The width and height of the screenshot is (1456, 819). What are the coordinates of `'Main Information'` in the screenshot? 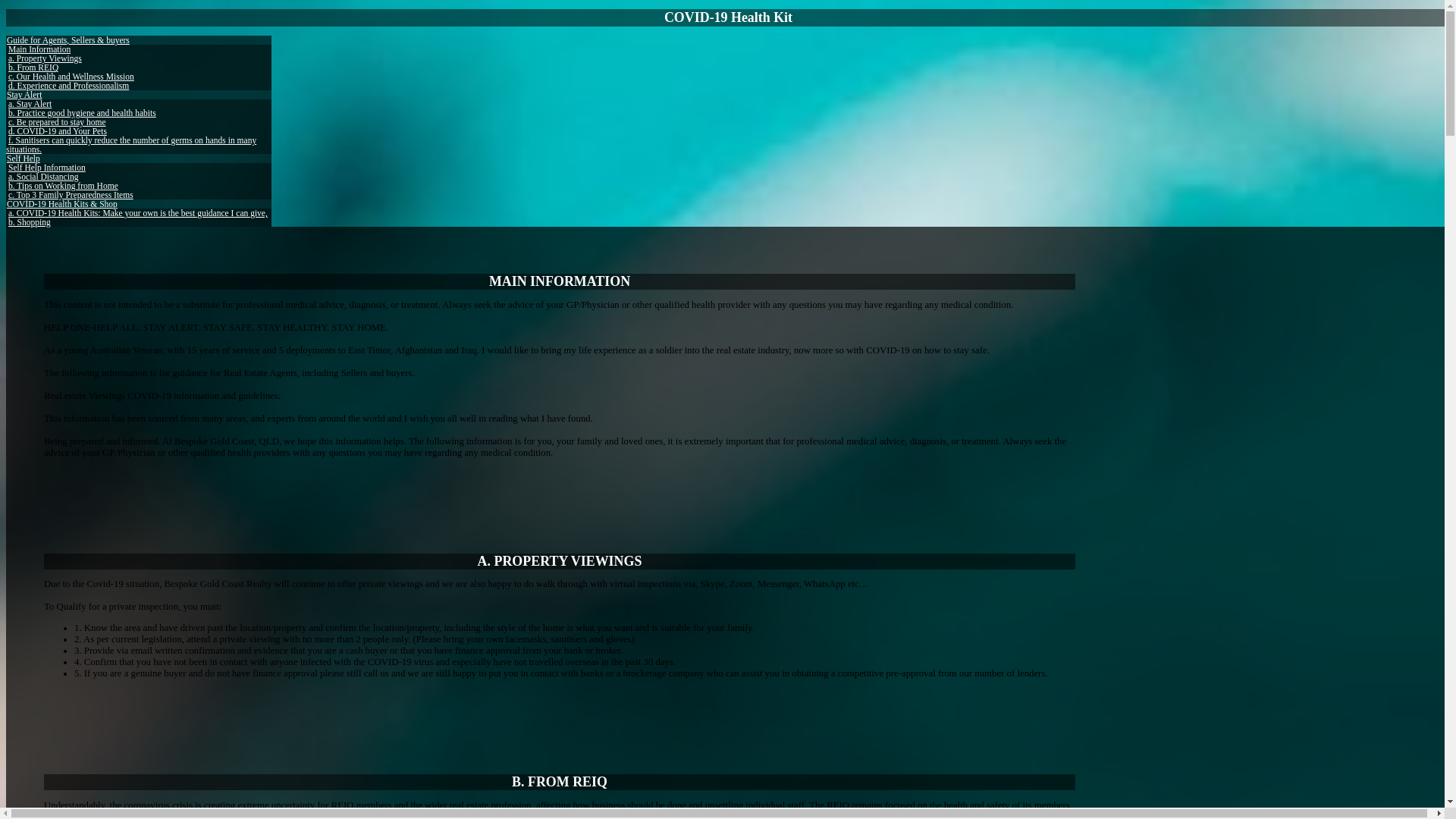 It's located at (7, 49).